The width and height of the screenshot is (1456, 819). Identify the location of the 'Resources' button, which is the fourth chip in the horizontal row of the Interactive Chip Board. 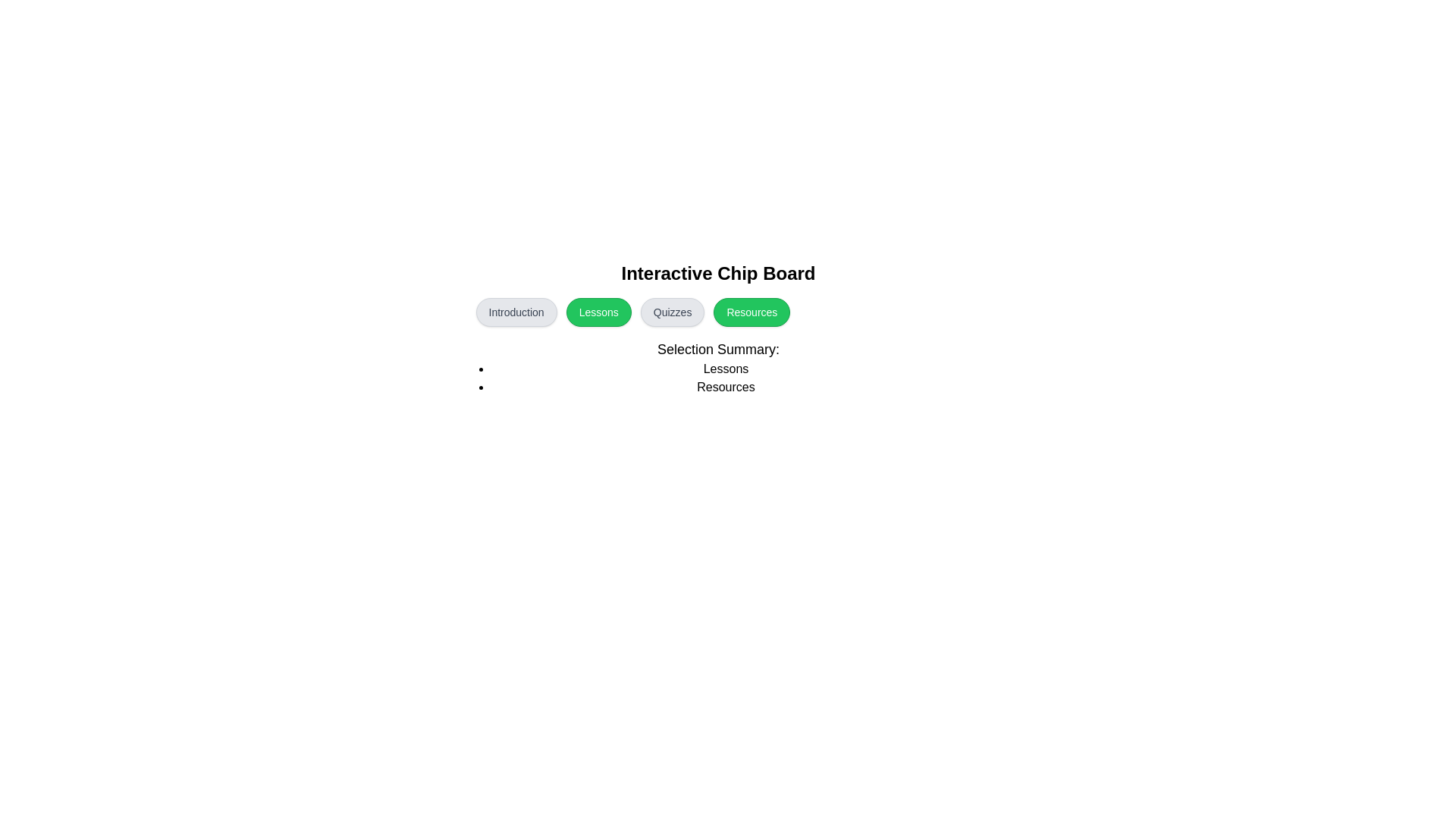
(717, 328).